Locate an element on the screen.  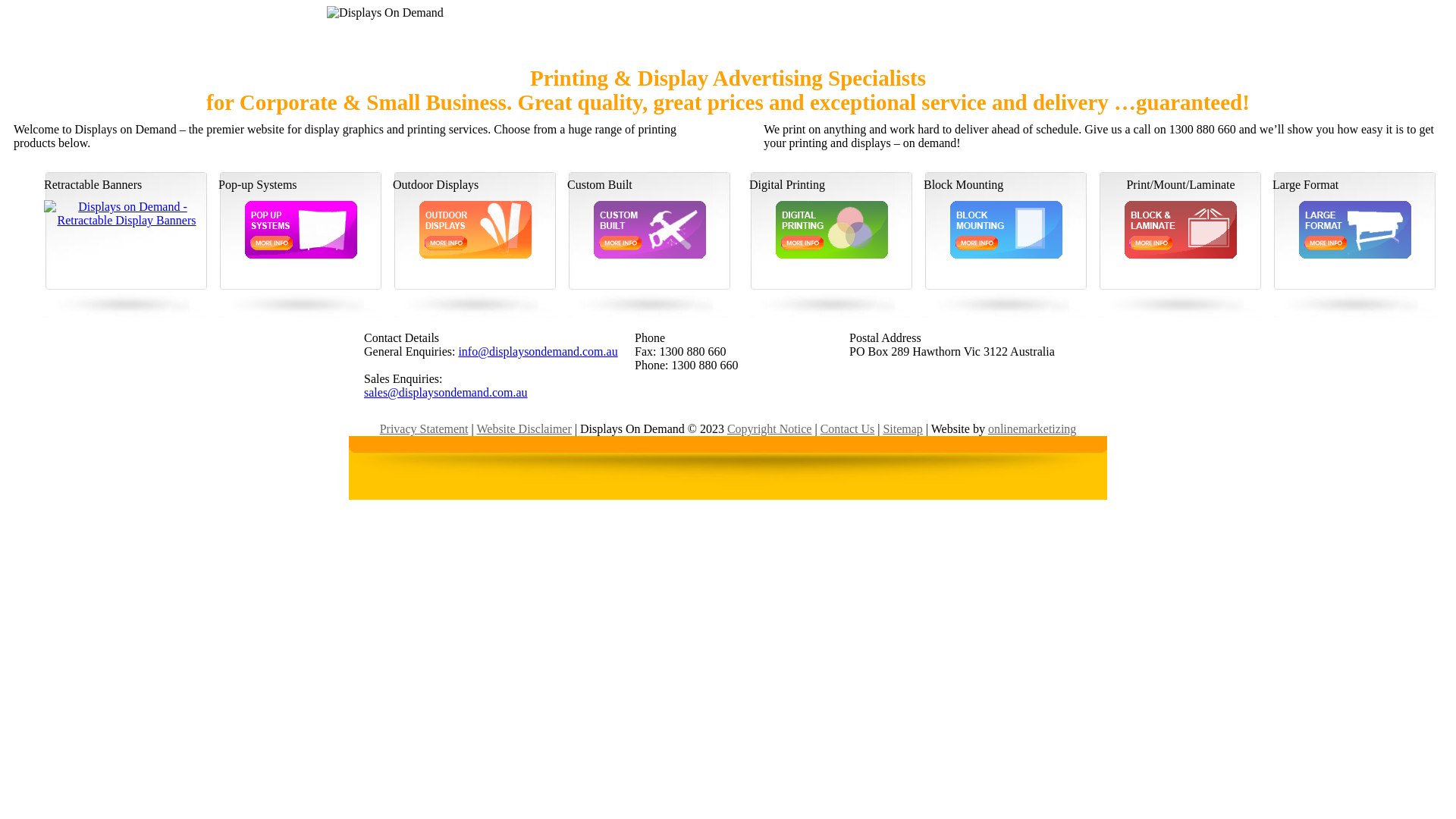
'Website Disclaimer' is located at coordinates (523, 428).